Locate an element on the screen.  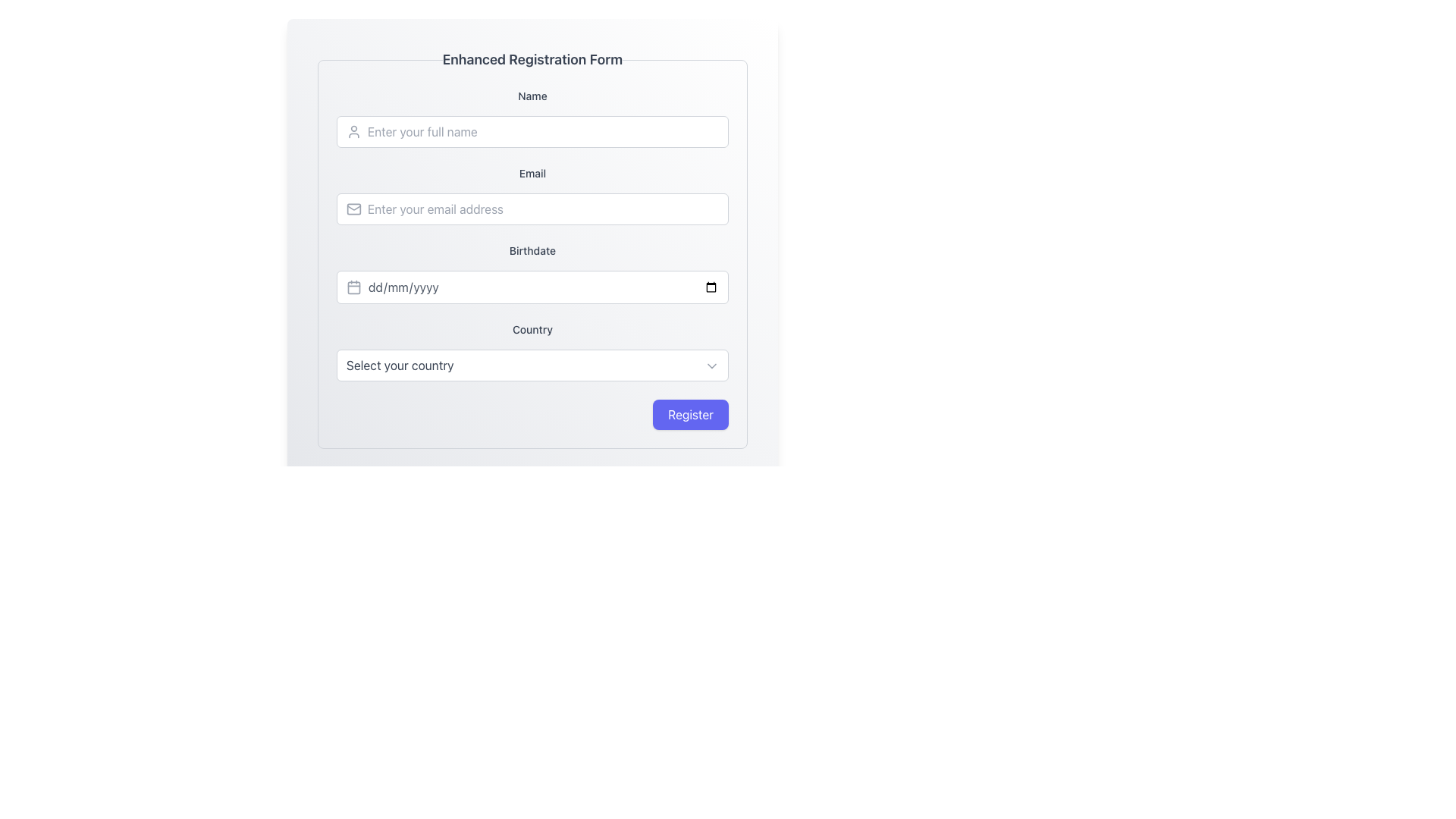
the label indicating the email input field, which is centrally positioned above the corresponding input field is located at coordinates (532, 172).